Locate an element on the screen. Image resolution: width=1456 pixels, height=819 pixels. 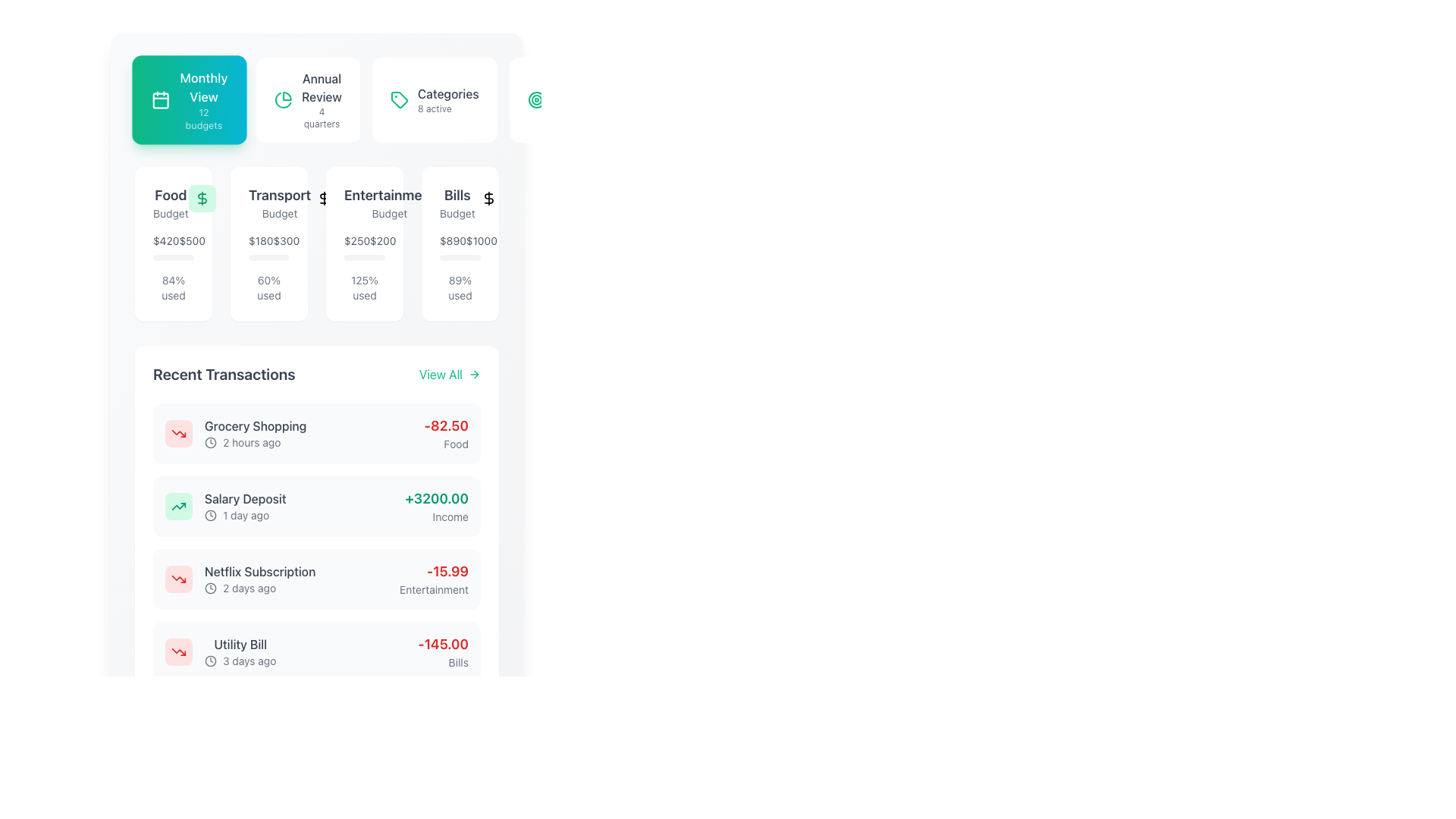
text '3 days ago' from the Label with icon located in the fourth row of the 'Recent Transactions' list under the 'Utility Bill' transaction is located at coordinates (240, 660).